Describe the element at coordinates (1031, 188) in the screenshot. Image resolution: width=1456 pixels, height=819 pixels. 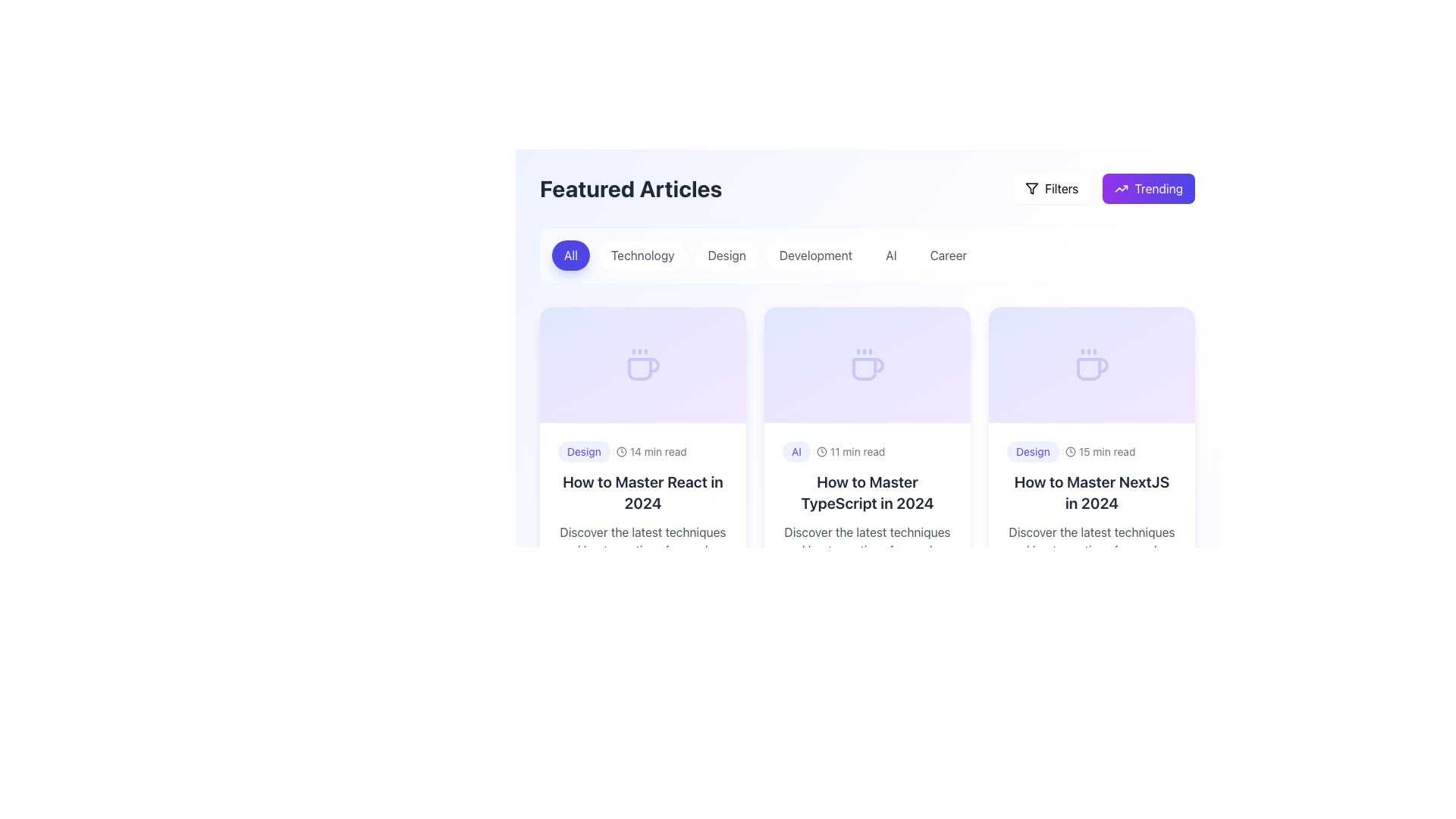
I see `the Filter Icon located at the top-right corner of the page, next to the Trending button` at that location.